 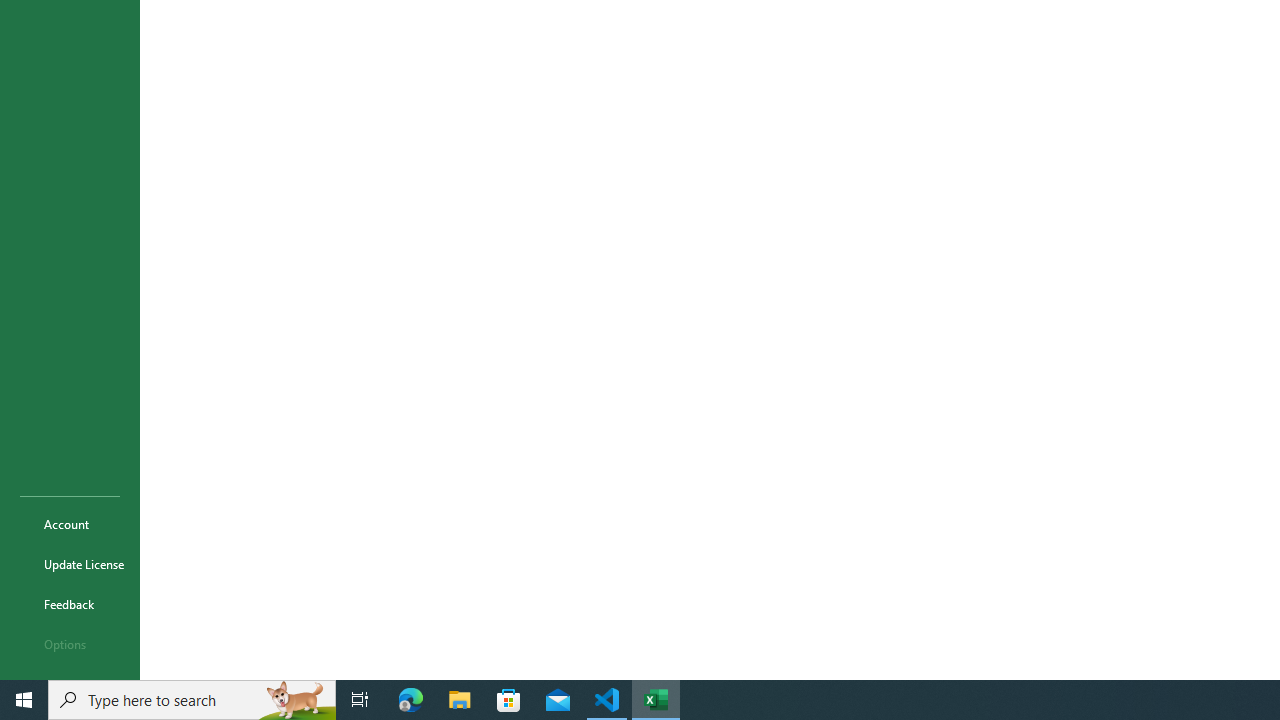 I want to click on 'Search highlights icon opens search home window', so click(x=294, y=698).